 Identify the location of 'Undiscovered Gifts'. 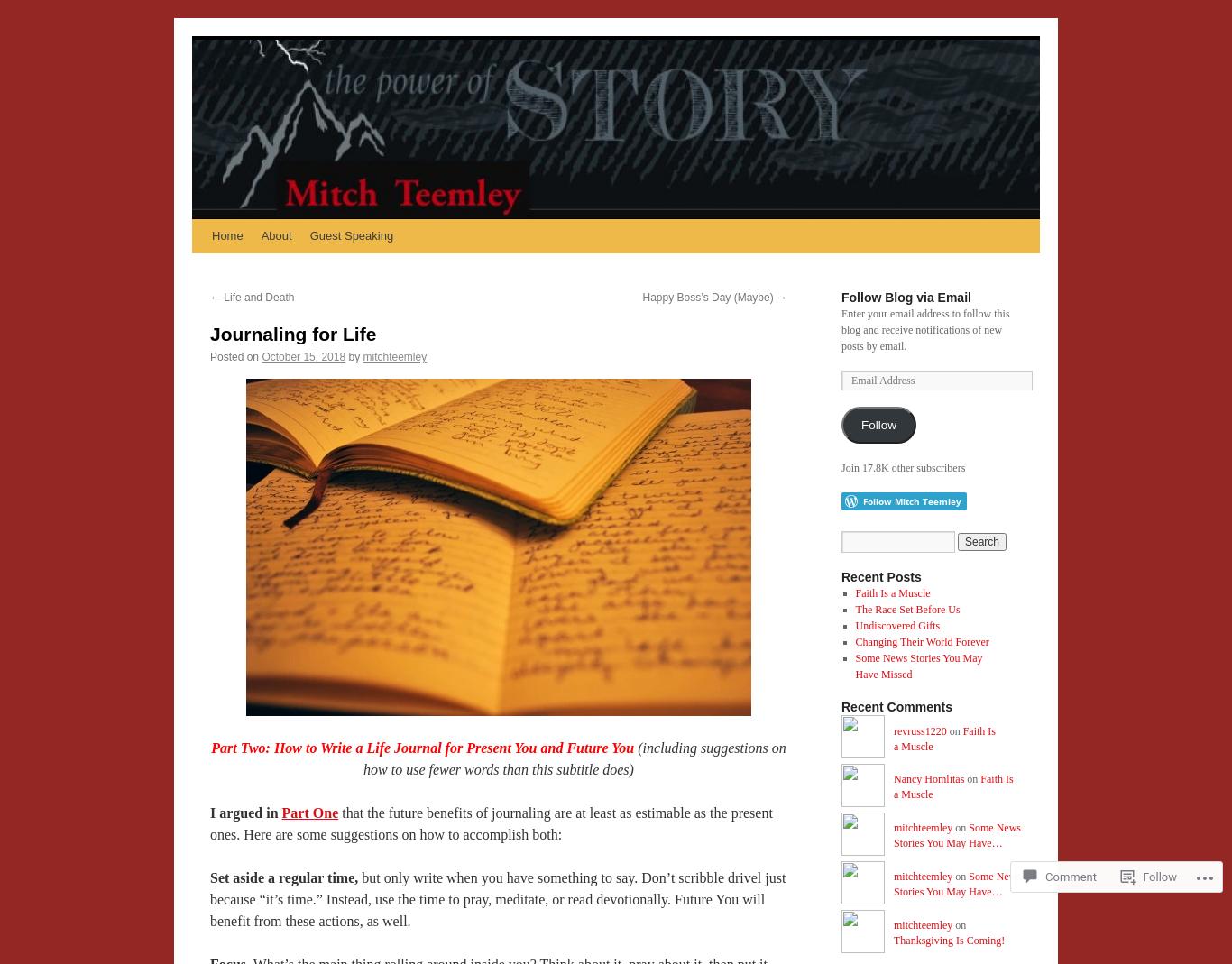
(896, 624).